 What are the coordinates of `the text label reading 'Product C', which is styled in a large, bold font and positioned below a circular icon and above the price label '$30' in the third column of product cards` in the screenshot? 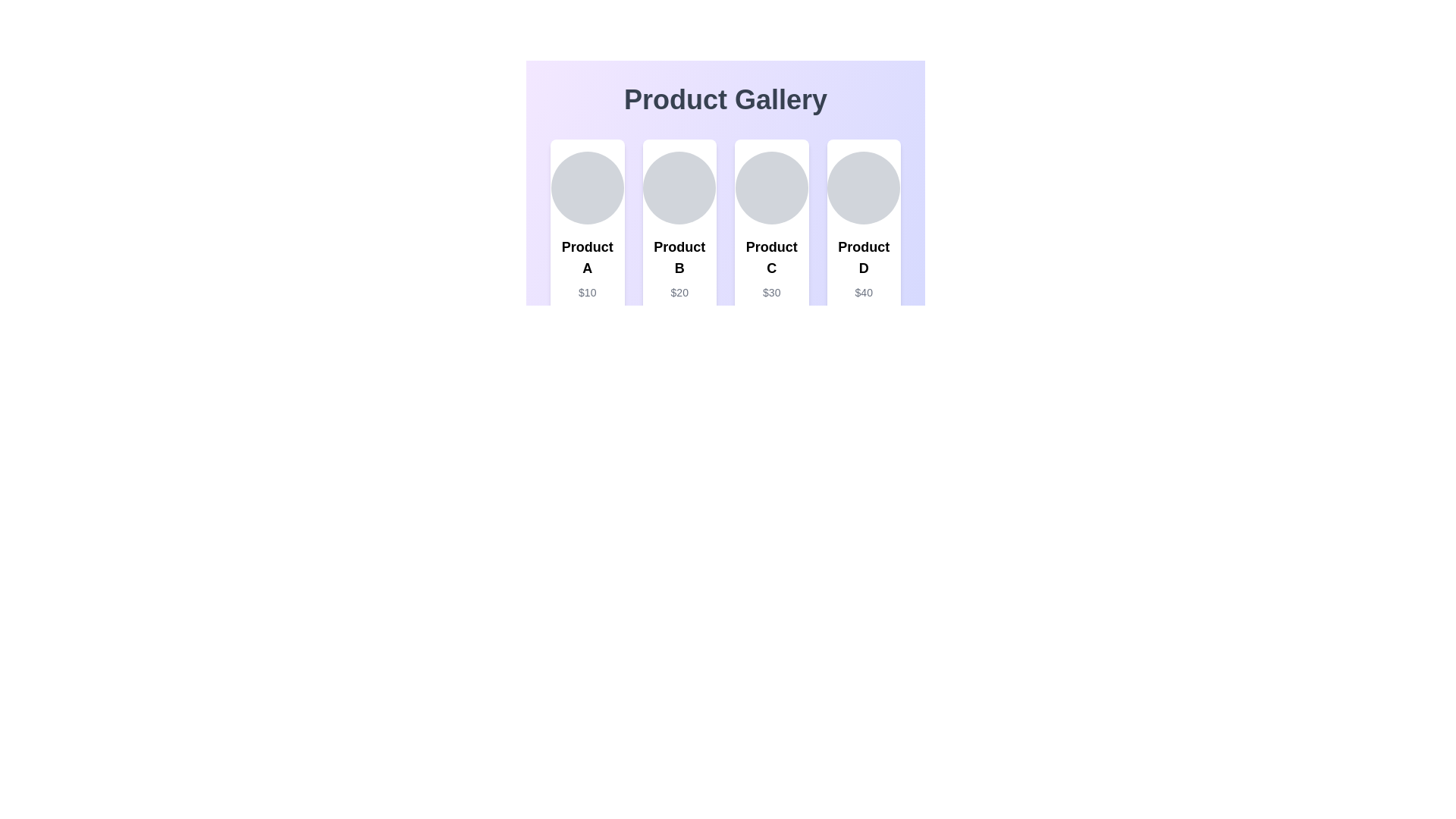 It's located at (771, 256).